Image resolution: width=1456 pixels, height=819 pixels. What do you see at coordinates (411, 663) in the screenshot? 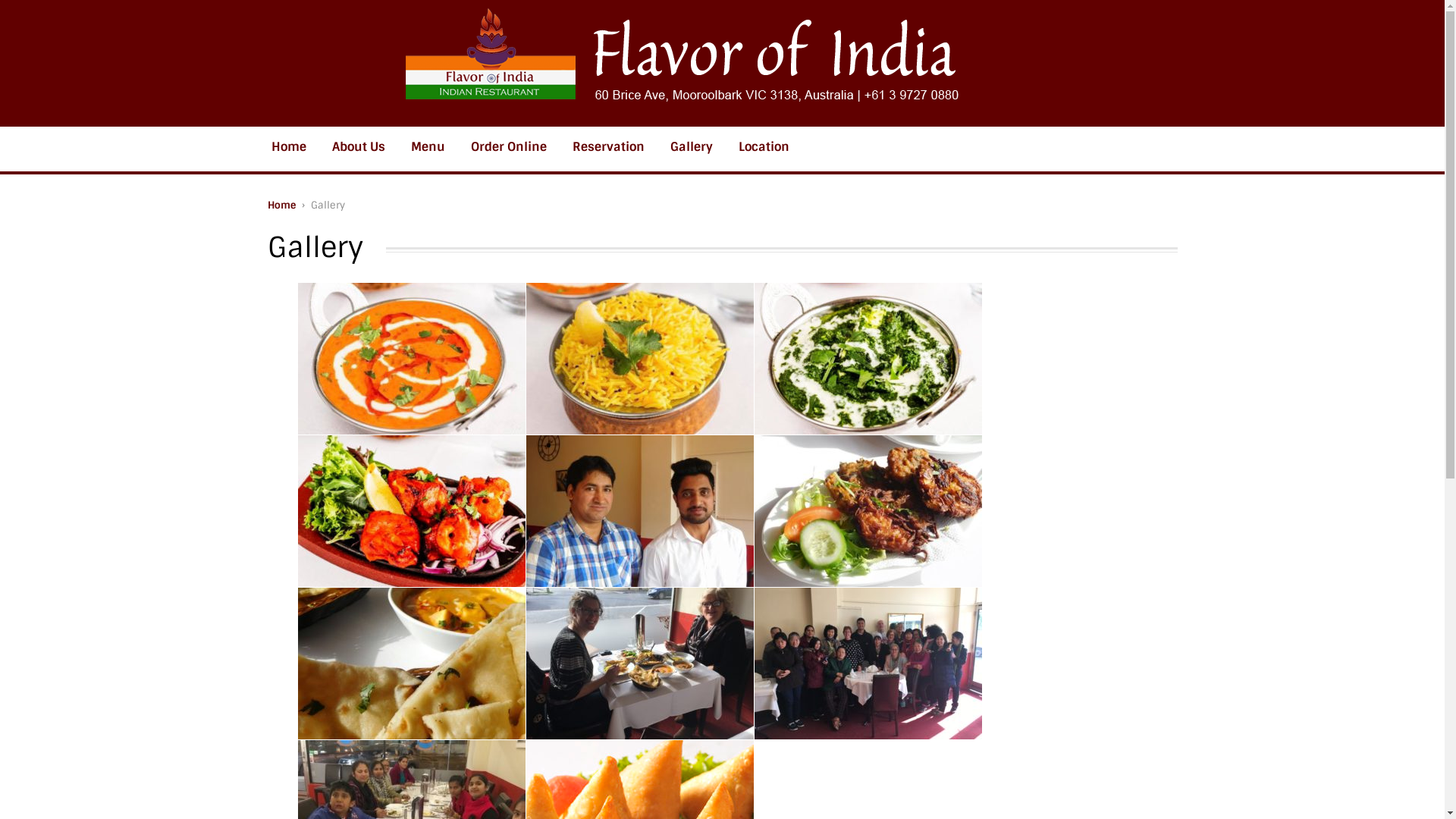
I see `'gal3'` at bounding box center [411, 663].